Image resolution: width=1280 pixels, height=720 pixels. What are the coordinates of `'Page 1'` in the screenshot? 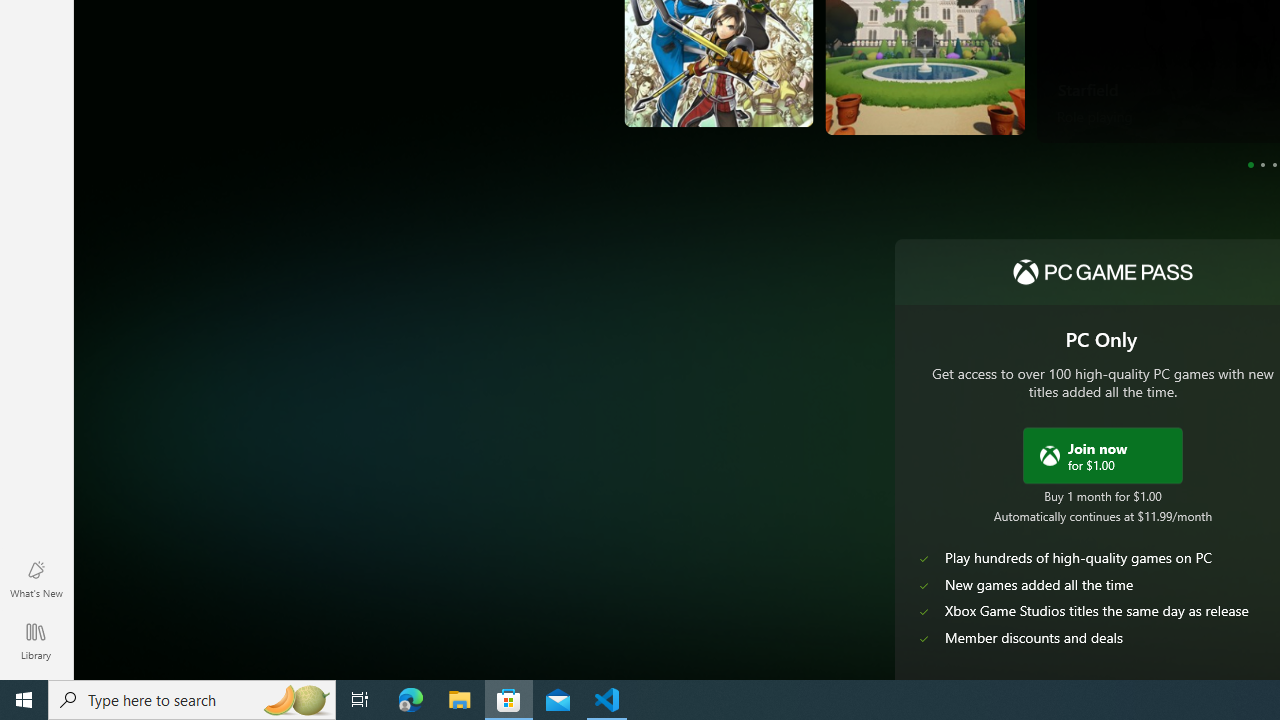 It's located at (1250, 163).